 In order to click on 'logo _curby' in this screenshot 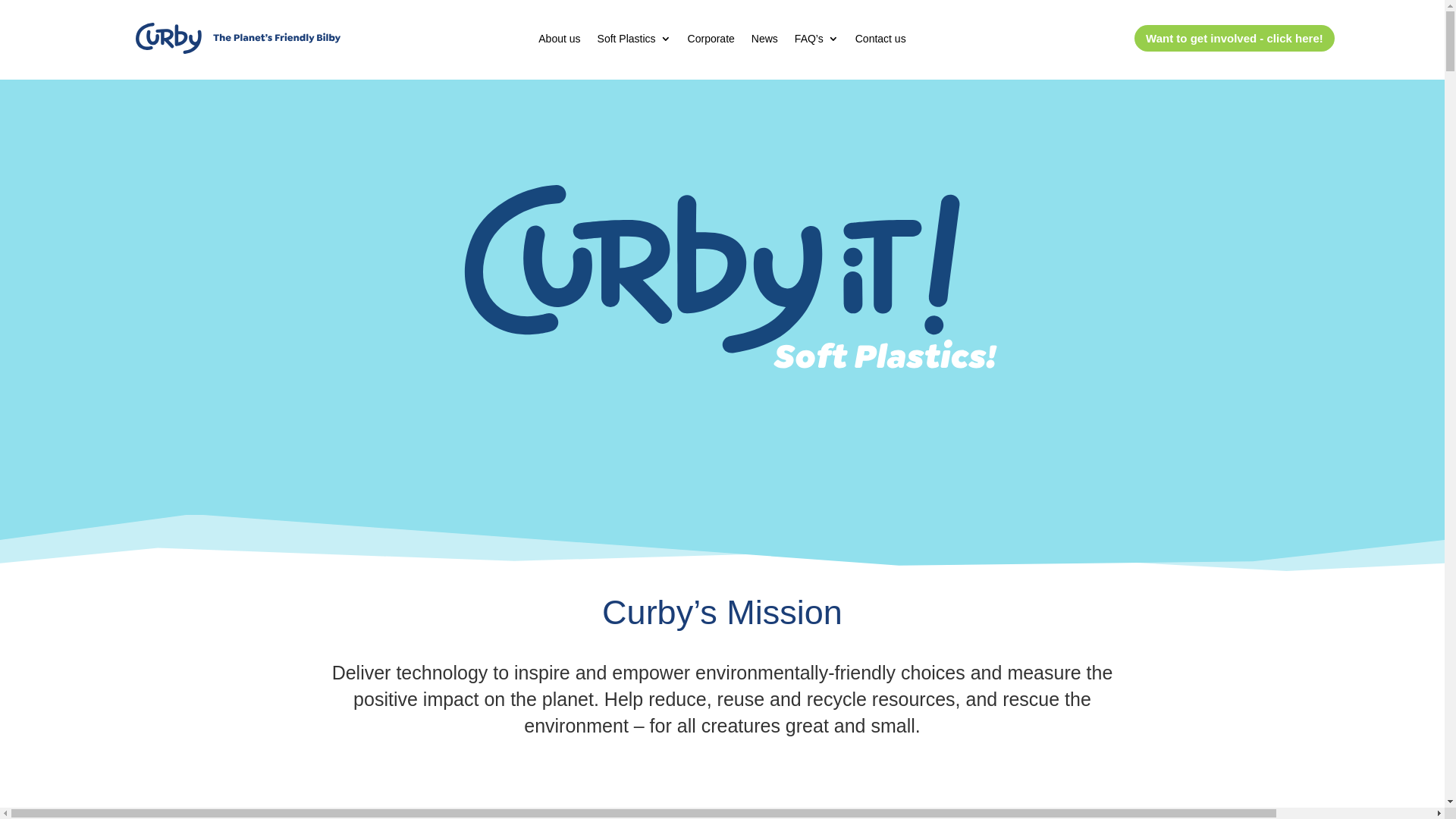, I will do `click(135, 37)`.